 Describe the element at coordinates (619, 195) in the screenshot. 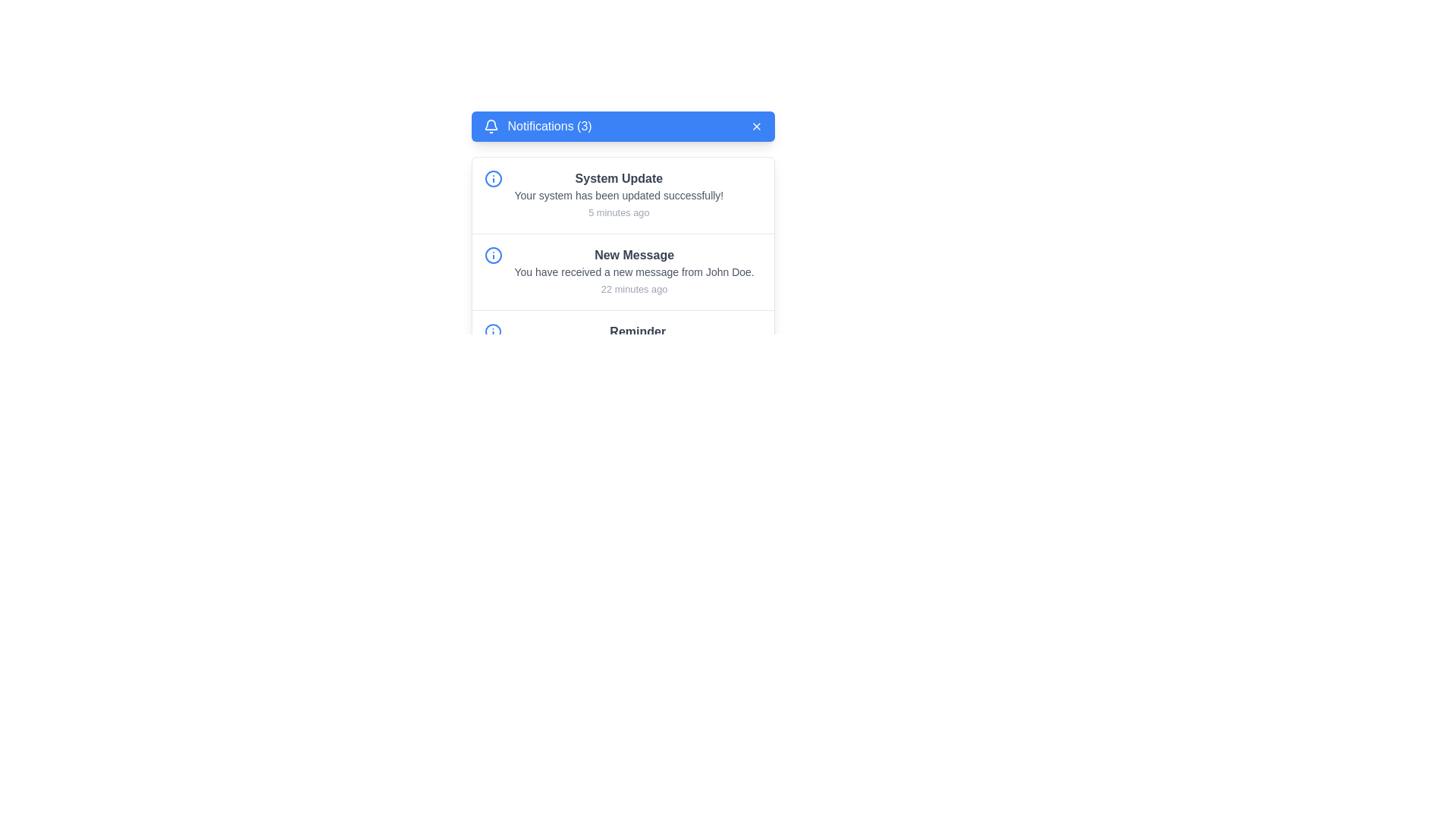

I see `the informational Text Label that indicates the success of a system update, located below the 'System Update' header and above the timestamp '5 minutes ago'` at that location.